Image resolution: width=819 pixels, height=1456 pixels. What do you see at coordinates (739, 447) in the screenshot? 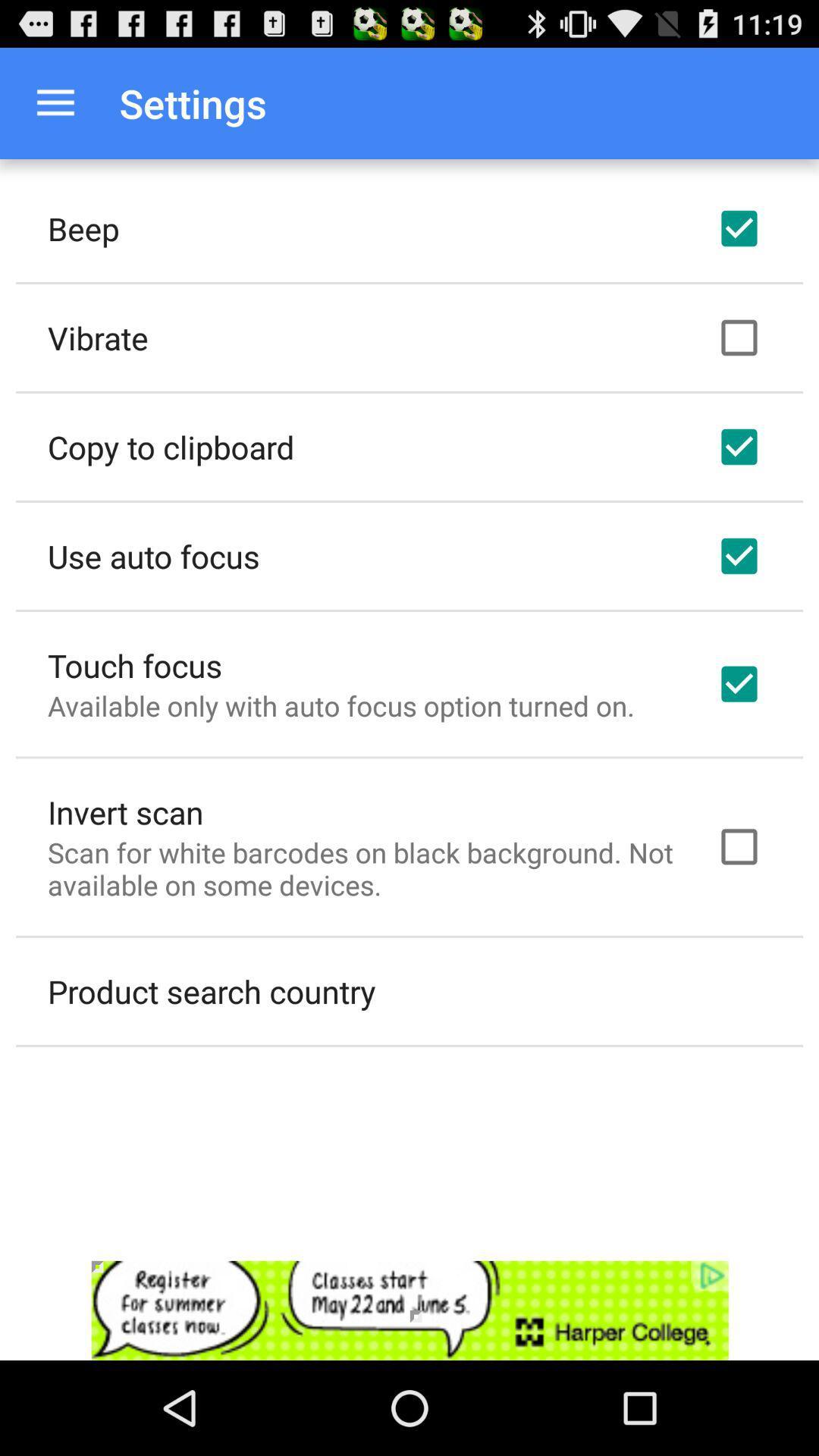
I see `the check box symbol which is next to copy to clipboard` at bounding box center [739, 447].